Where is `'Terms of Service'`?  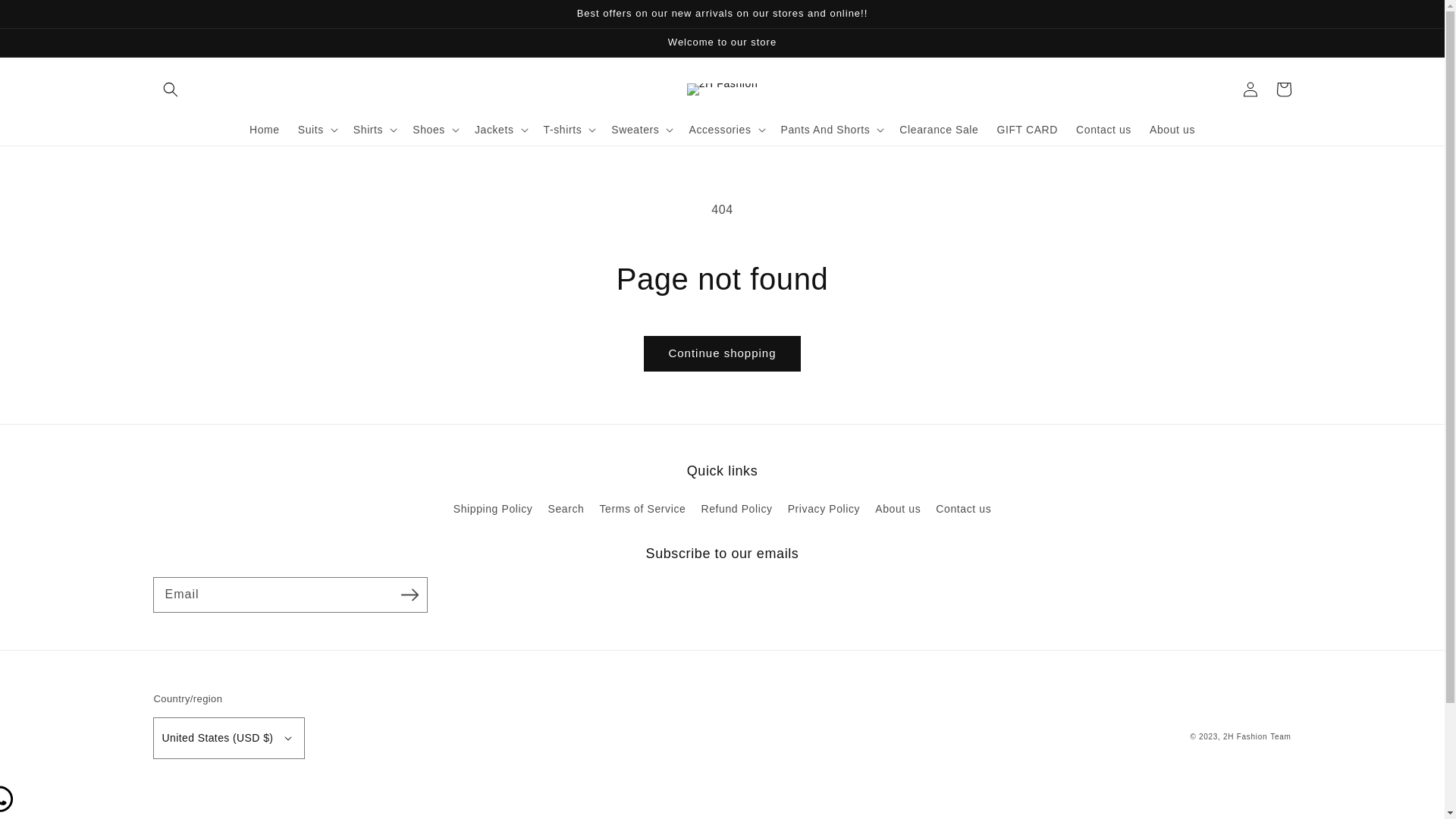
'Terms of Service' is located at coordinates (643, 509).